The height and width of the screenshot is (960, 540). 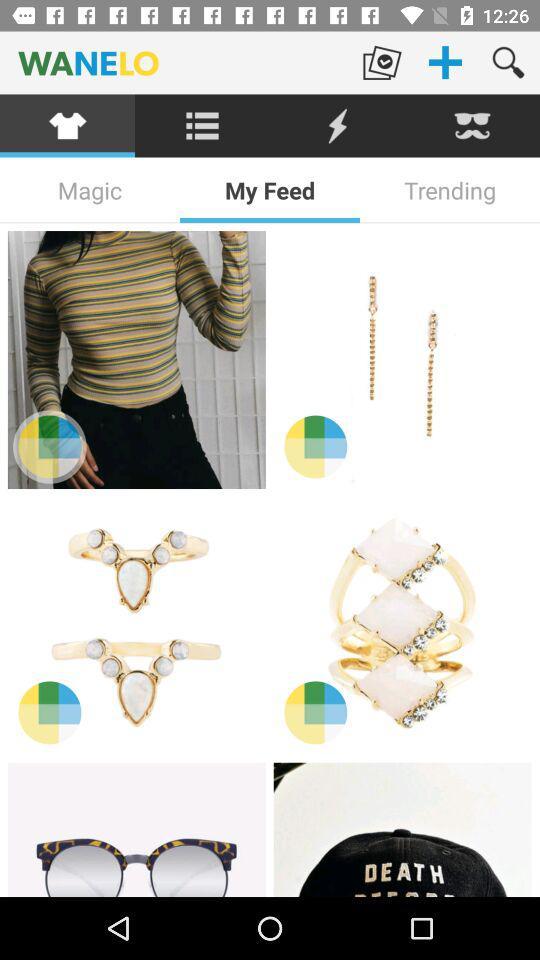 What do you see at coordinates (175, 62) in the screenshot?
I see `wanelo item` at bounding box center [175, 62].